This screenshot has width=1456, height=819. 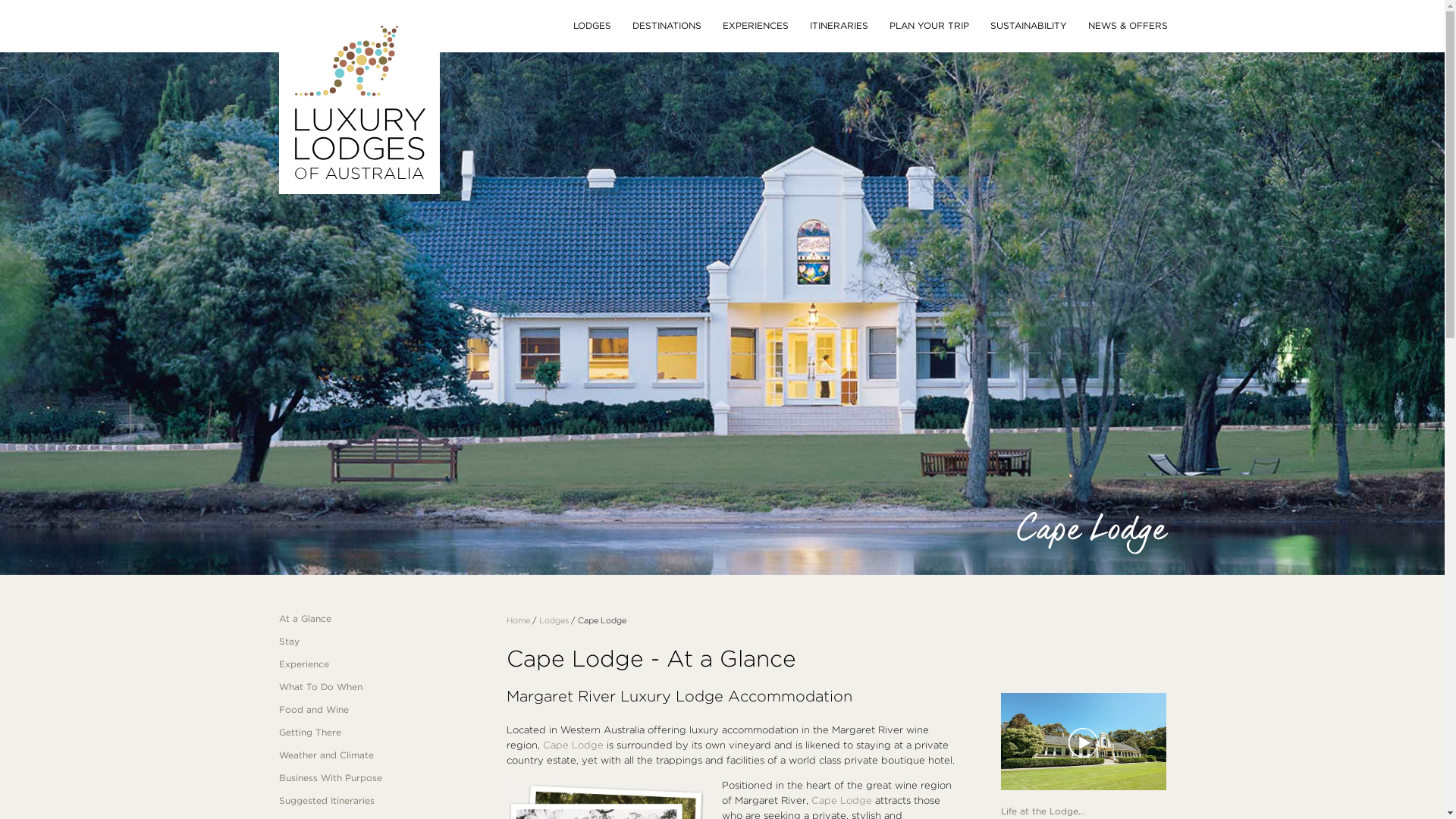 I want to click on 'EXPERIENCES', so click(x=755, y=26).